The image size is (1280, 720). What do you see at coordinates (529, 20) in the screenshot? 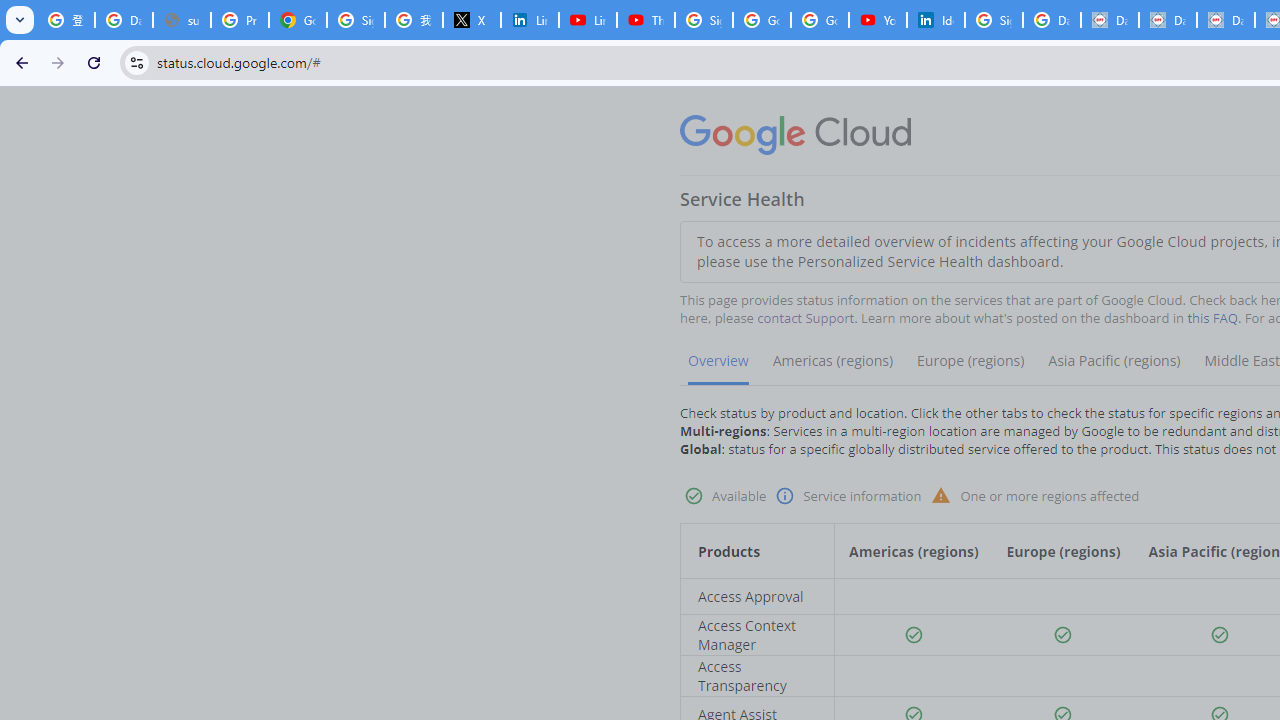
I see `'LinkedIn Privacy Policy'` at bounding box center [529, 20].